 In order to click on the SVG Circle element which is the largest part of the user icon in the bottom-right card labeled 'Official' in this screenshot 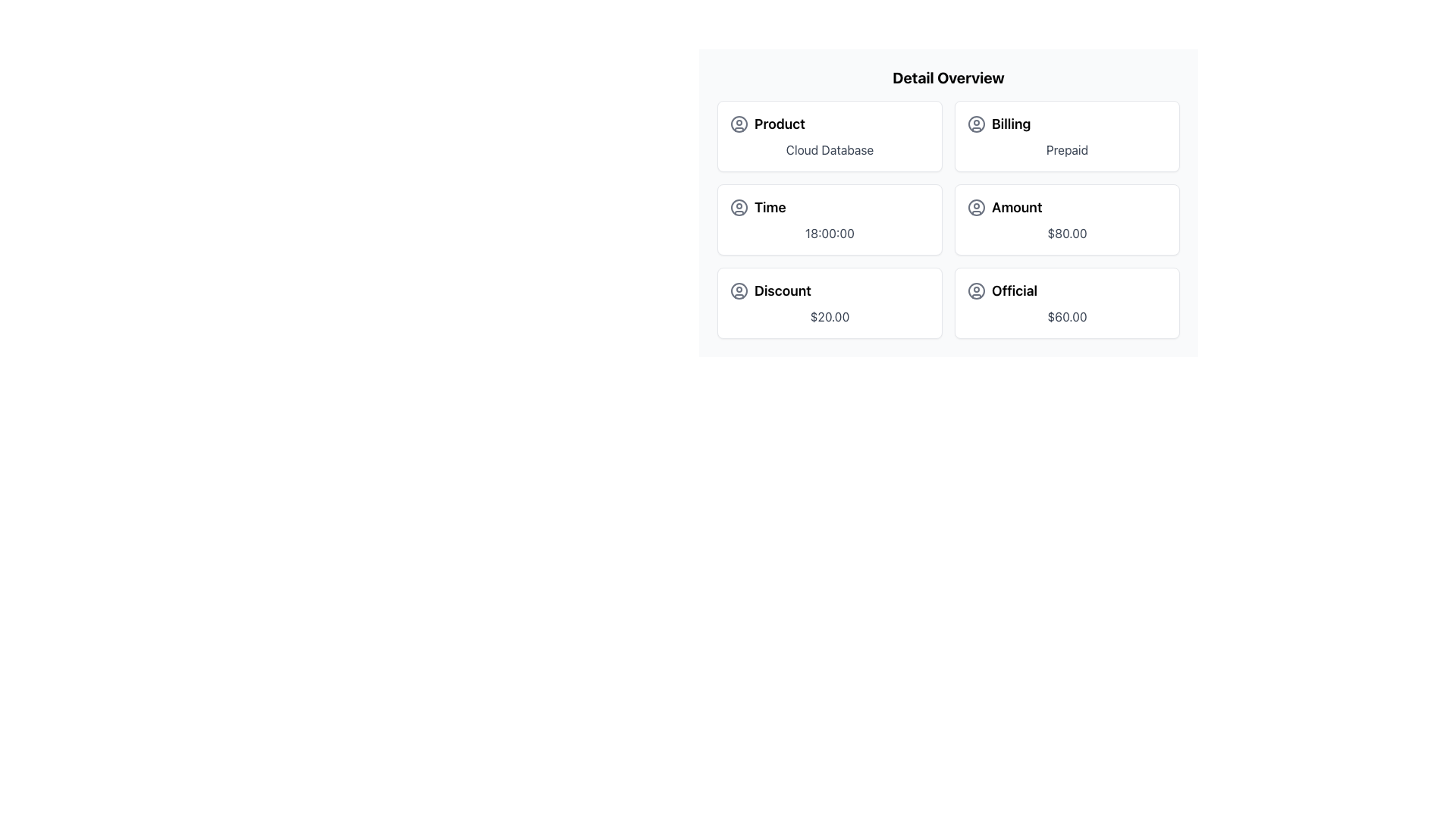, I will do `click(976, 291)`.